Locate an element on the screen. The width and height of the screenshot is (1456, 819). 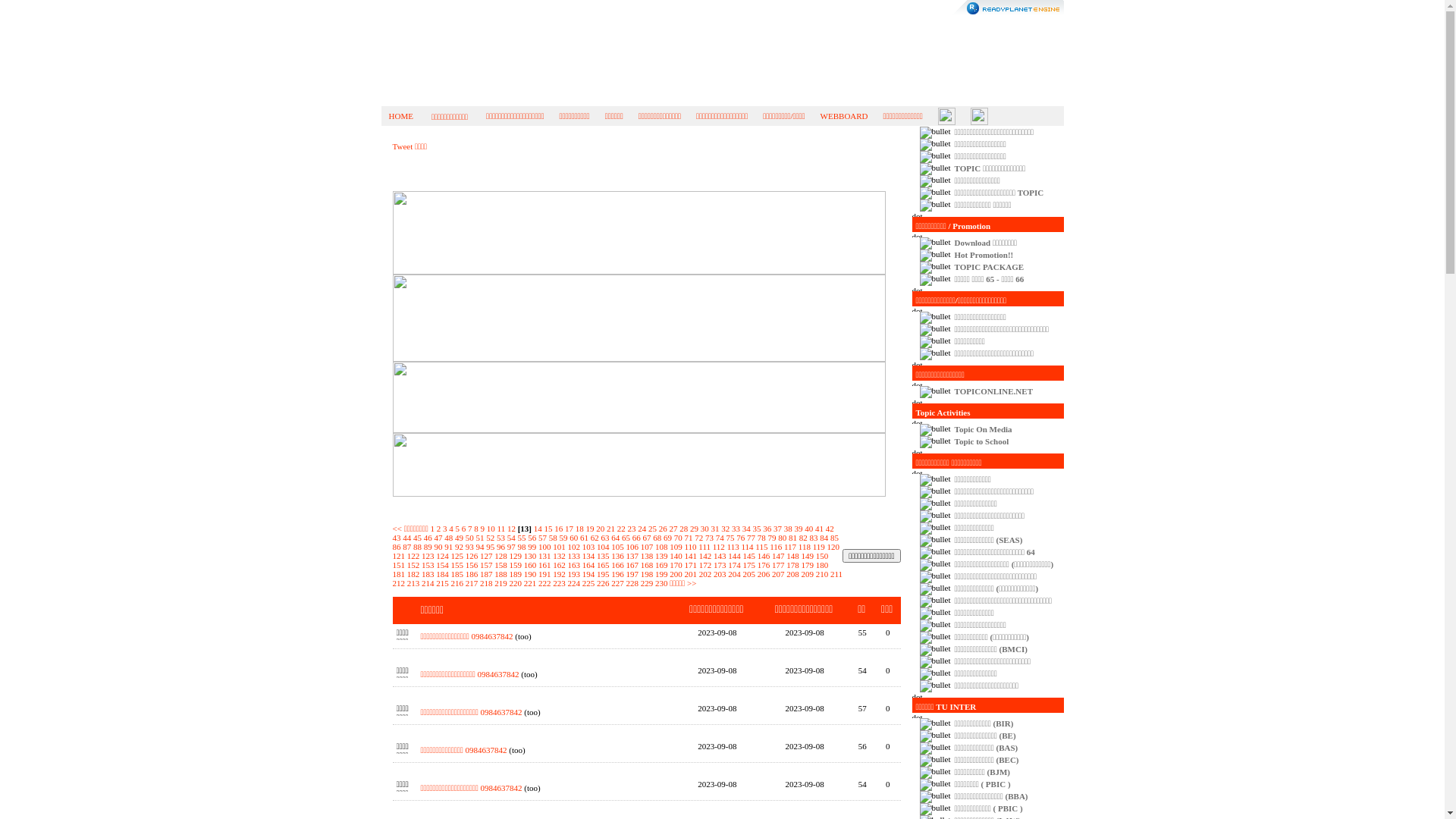
'139' is located at coordinates (661, 555).